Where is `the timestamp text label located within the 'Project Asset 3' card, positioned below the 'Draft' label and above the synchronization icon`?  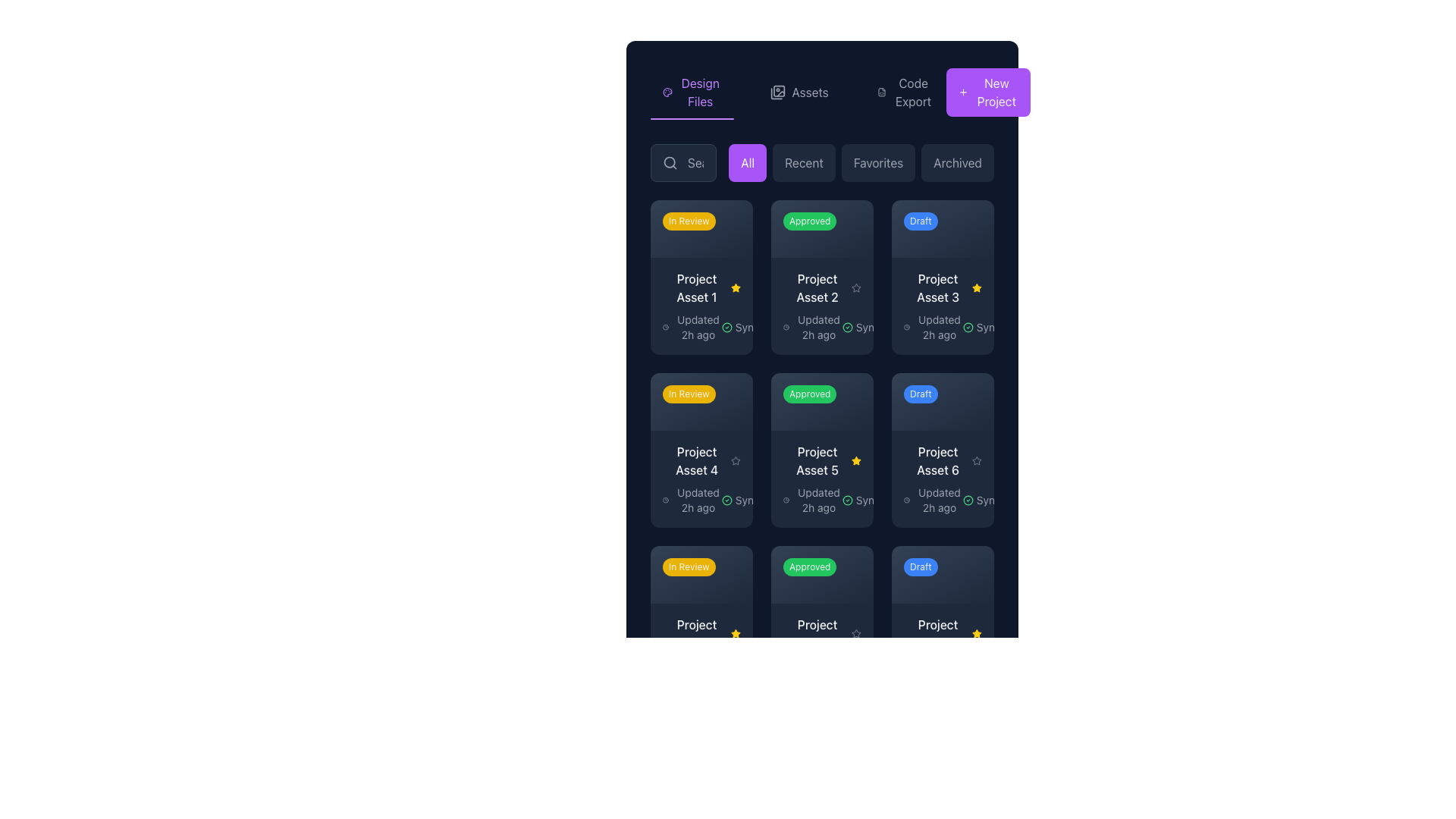 the timestamp text label located within the 'Project Asset 3' card, positioned below the 'Draft' label and above the synchronization icon is located at coordinates (938, 326).